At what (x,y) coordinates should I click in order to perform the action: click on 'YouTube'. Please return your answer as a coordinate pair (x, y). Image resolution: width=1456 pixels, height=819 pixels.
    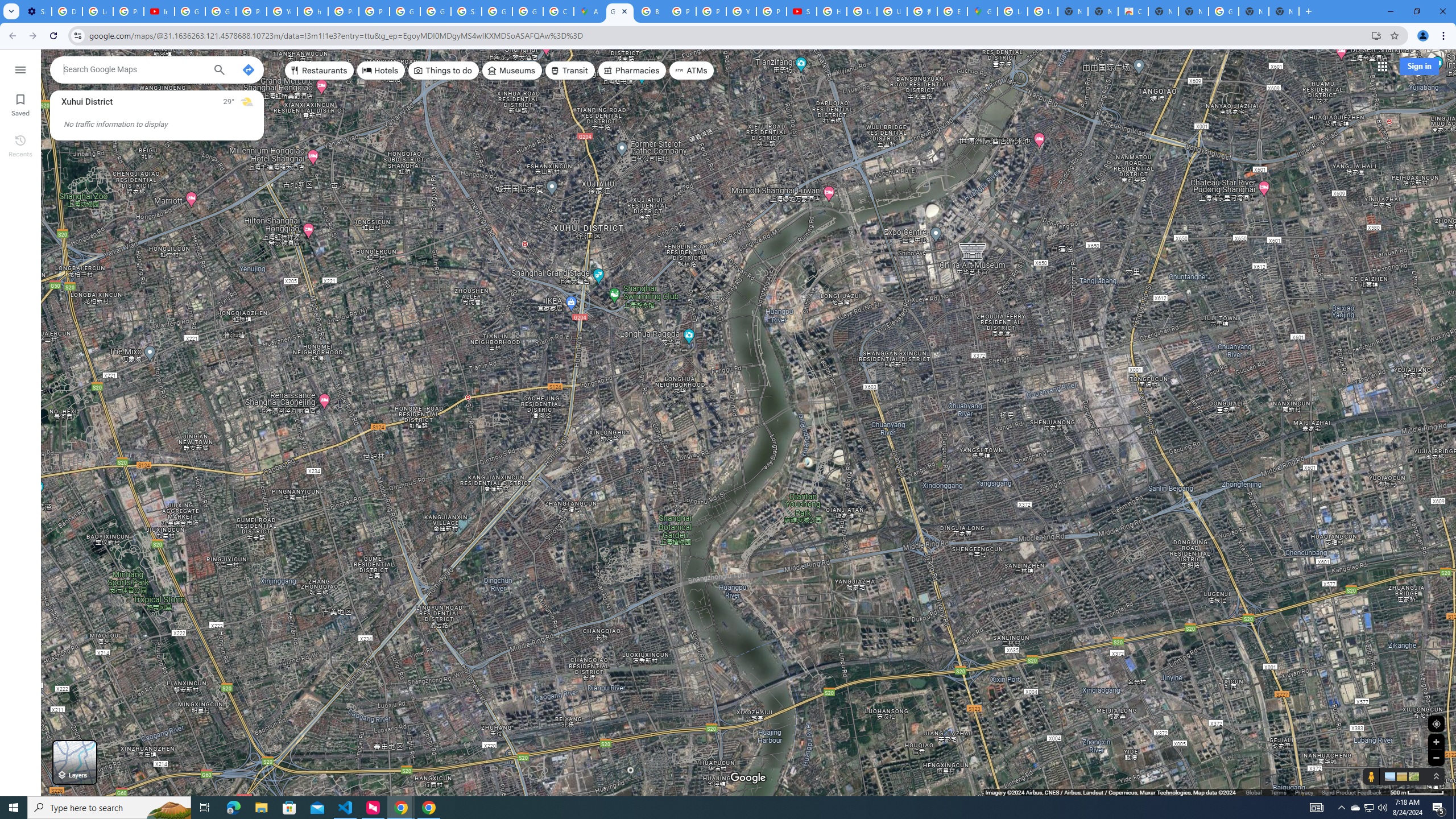
    Looking at the image, I should click on (282, 11).